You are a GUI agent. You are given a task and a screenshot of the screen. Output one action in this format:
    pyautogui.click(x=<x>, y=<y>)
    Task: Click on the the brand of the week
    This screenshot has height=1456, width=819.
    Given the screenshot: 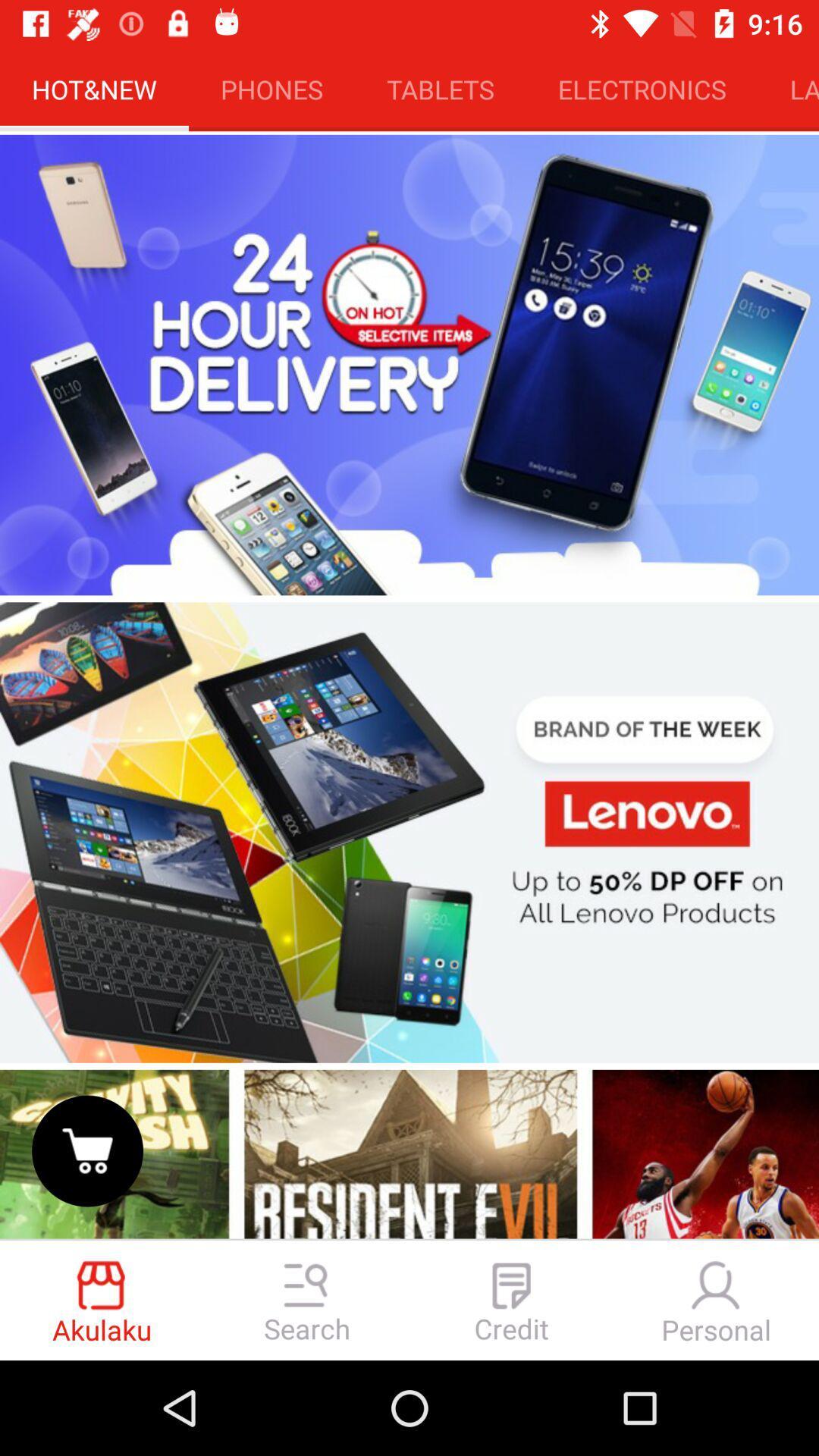 What is the action you would take?
    pyautogui.click(x=409, y=832)
    